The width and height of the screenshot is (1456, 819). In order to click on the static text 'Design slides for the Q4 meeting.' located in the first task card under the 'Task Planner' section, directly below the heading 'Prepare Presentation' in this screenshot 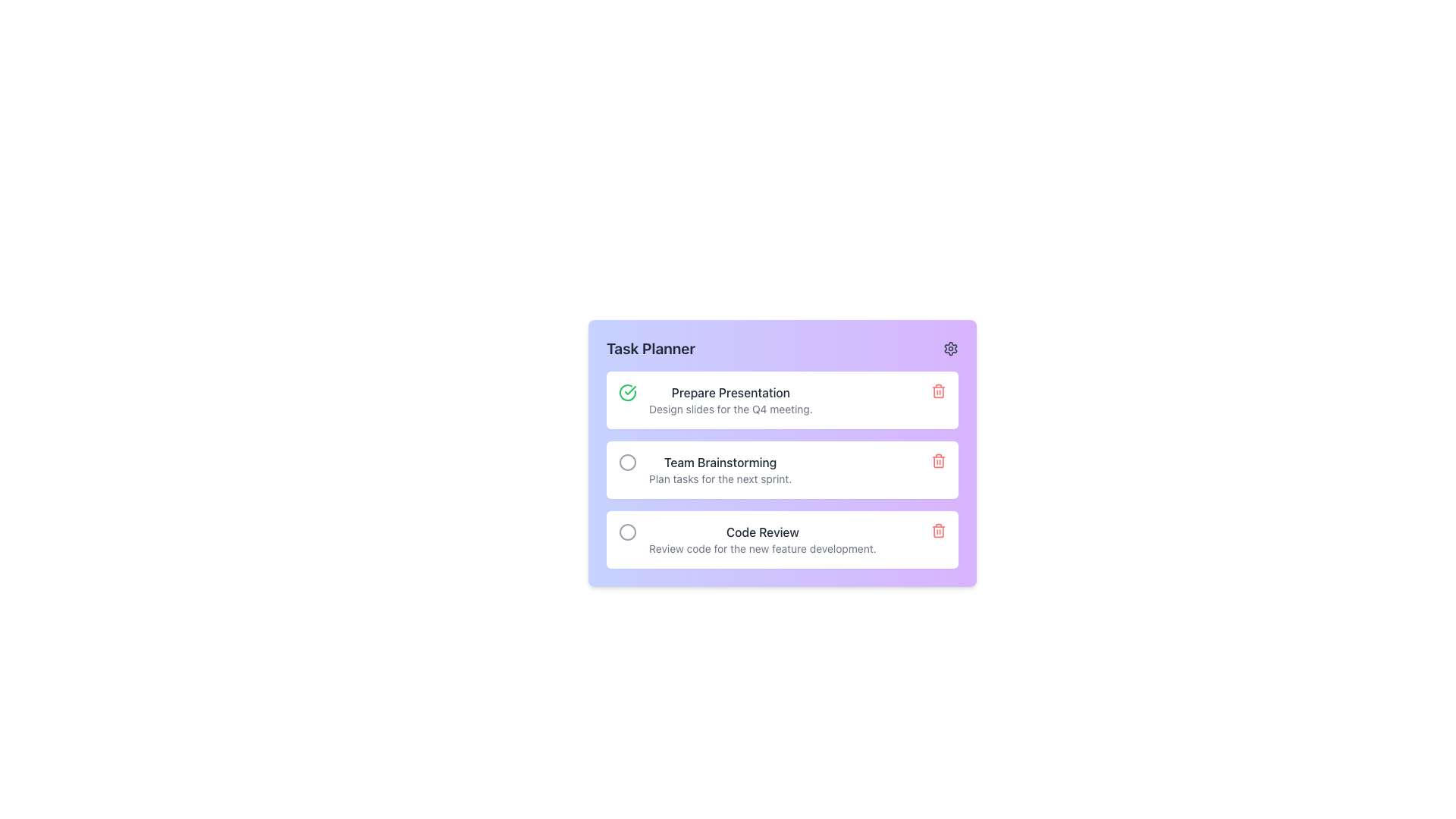, I will do `click(730, 409)`.